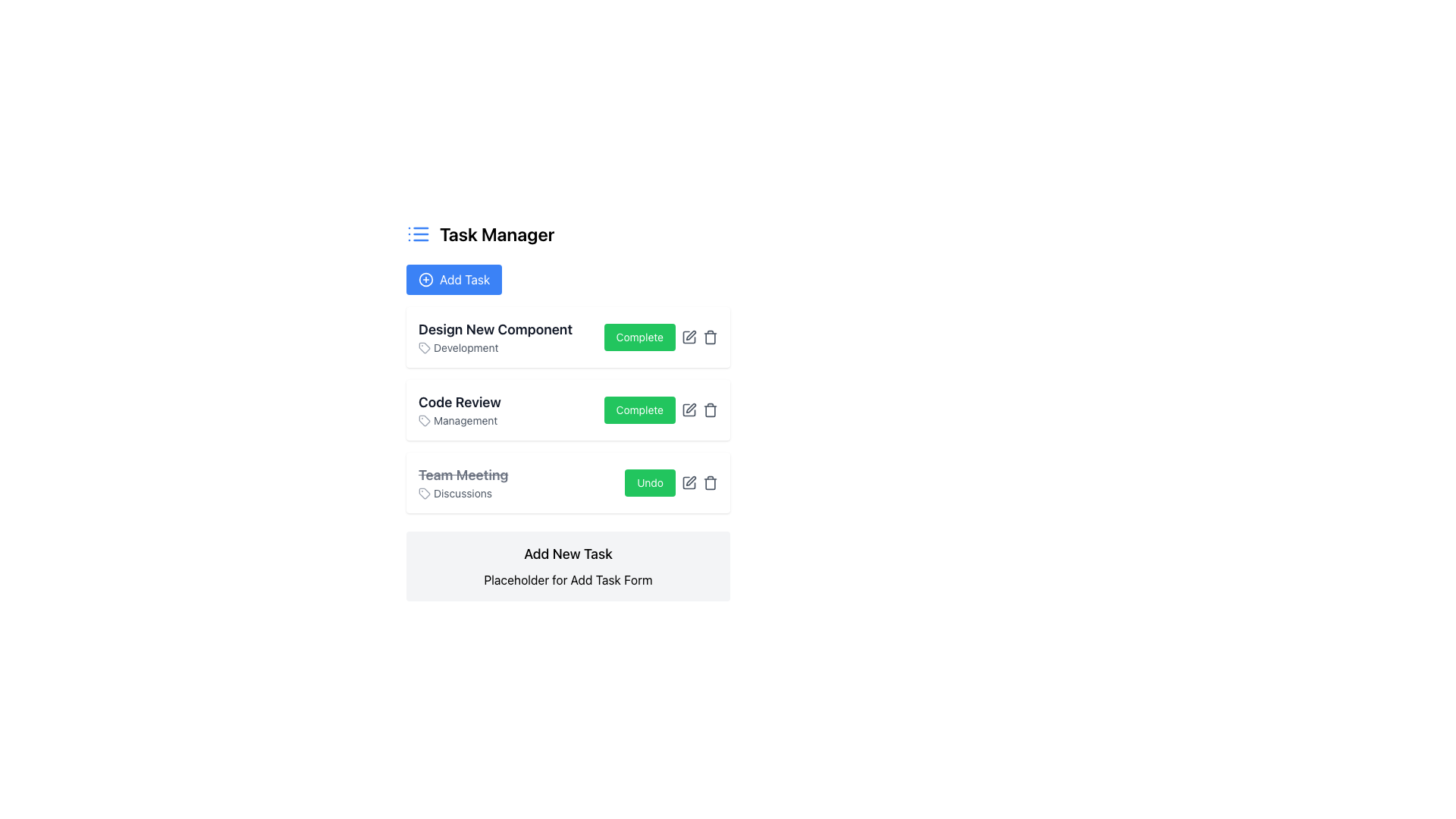 The image size is (1456, 819). Describe the element at coordinates (453, 280) in the screenshot. I see `the 'Add New Task' button located beneath the 'Task Manager' header to initiate the task addition process` at that location.